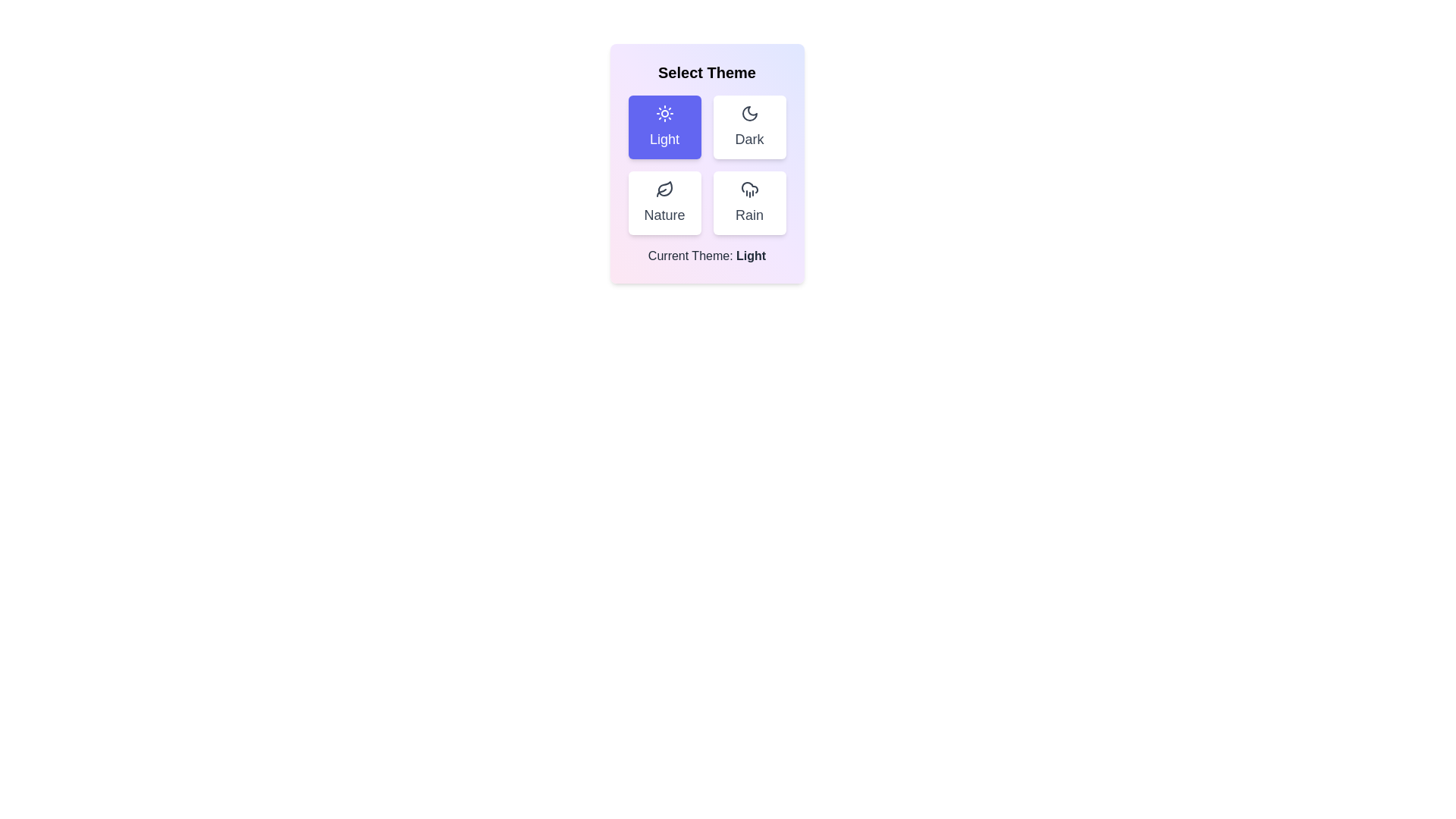 Image resolution: width=1456 pixels, height=819 pixels. Describe the element at coordinates (664, 202) in the screenshot. I see `the Nature button to see its hover effect` at that location.